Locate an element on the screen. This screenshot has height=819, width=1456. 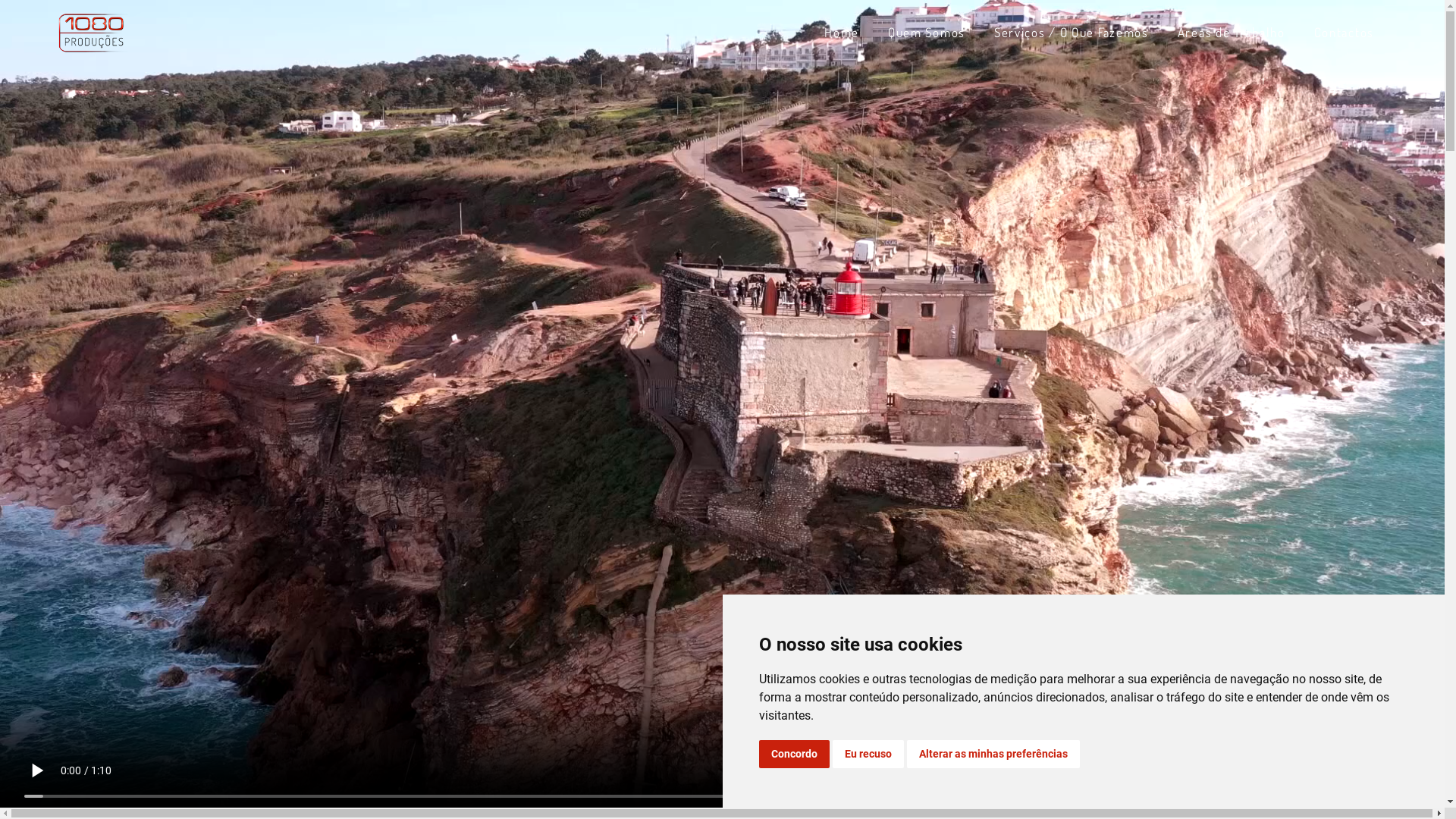
'Home' is located at coordinates (823, 32).